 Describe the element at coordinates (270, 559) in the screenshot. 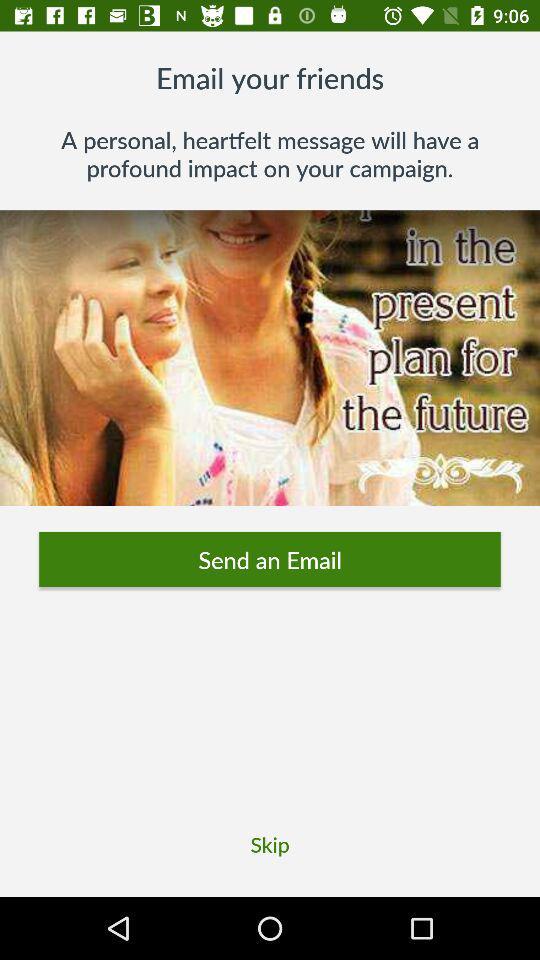

I see `the send an email item` at that location.